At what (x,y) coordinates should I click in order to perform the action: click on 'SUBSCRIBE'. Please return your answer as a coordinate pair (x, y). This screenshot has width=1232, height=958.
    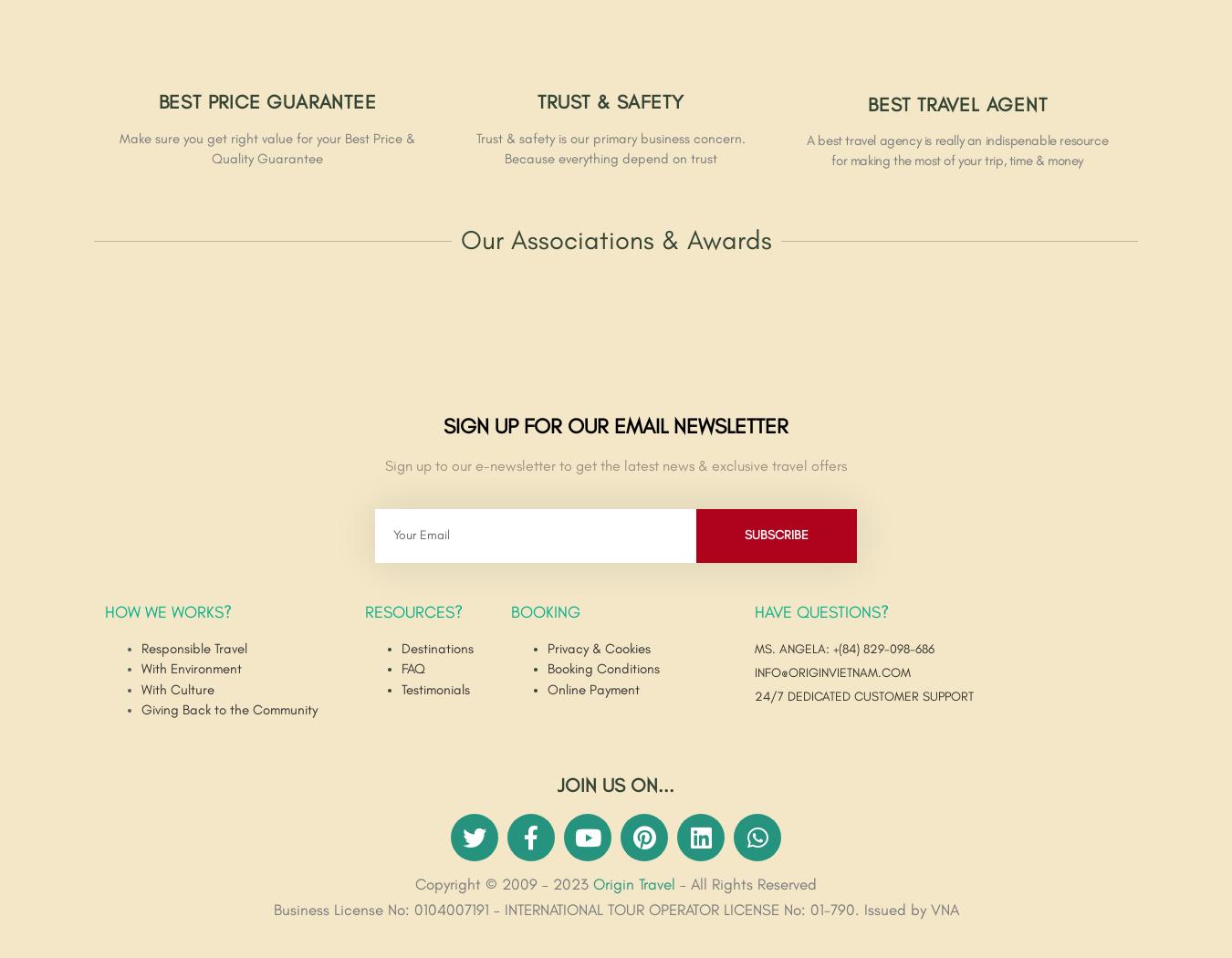
    Looking at the image, I should click on (775, 534).